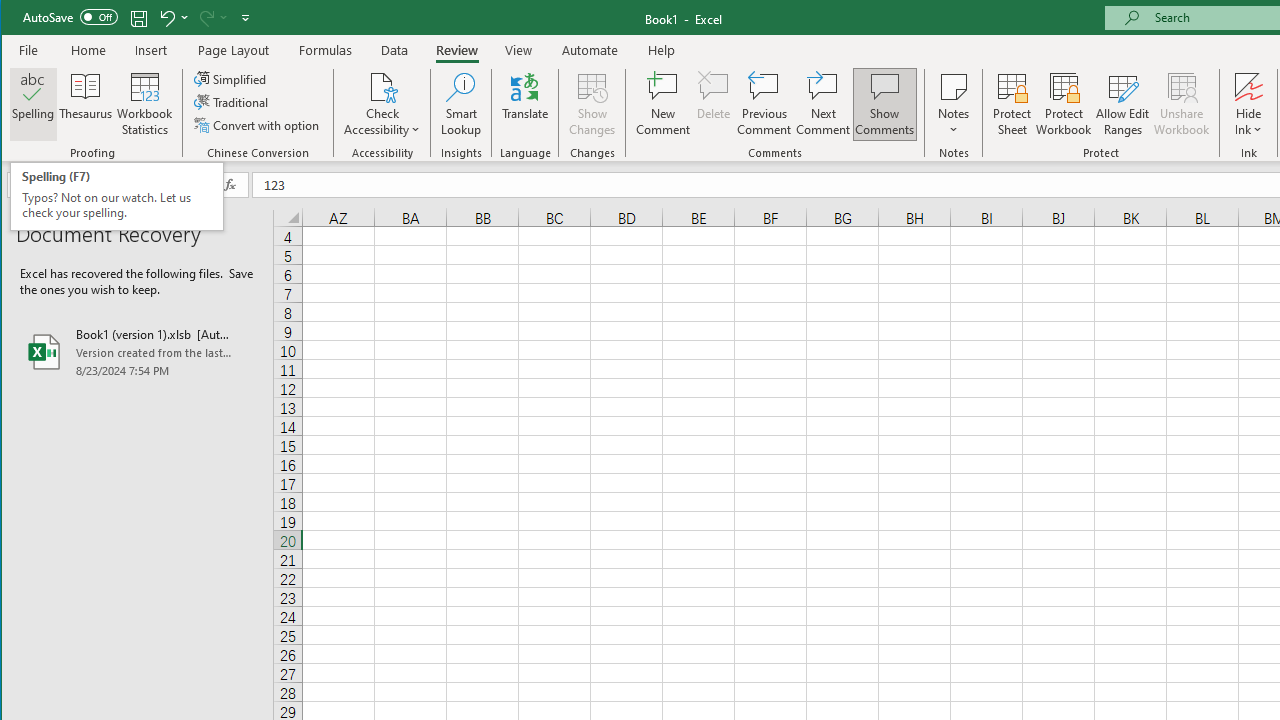 The width and height of the screenshot is (1280, 720). What do you see at coordinates (257, 125) in the screenshot?
I see `'Convert with option'` at bounding box center [257, 125].